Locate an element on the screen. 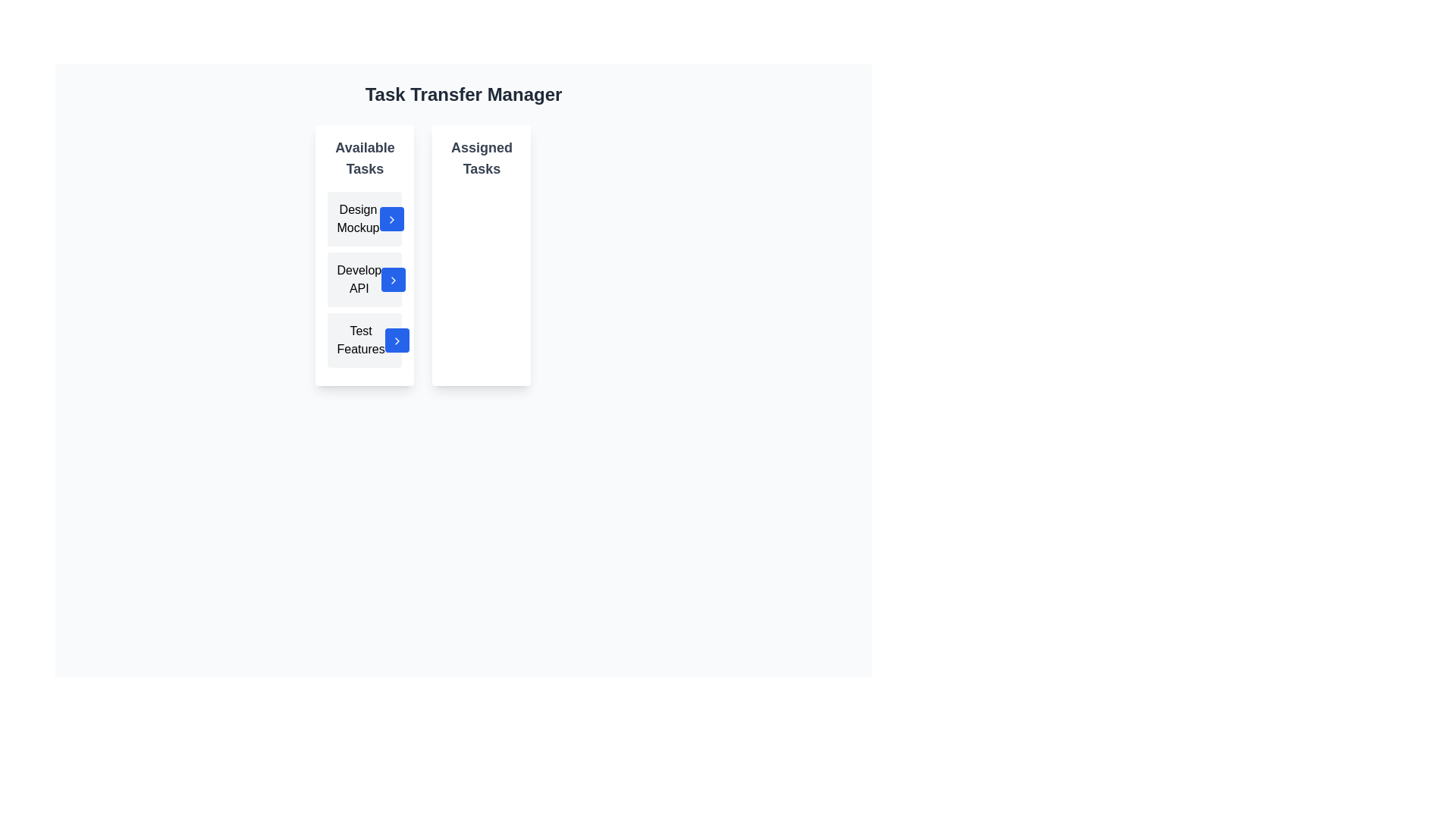 This screenshot has height=819, width=1456. the list item labeled 'Test Features' is located at coordinates (365, 339).